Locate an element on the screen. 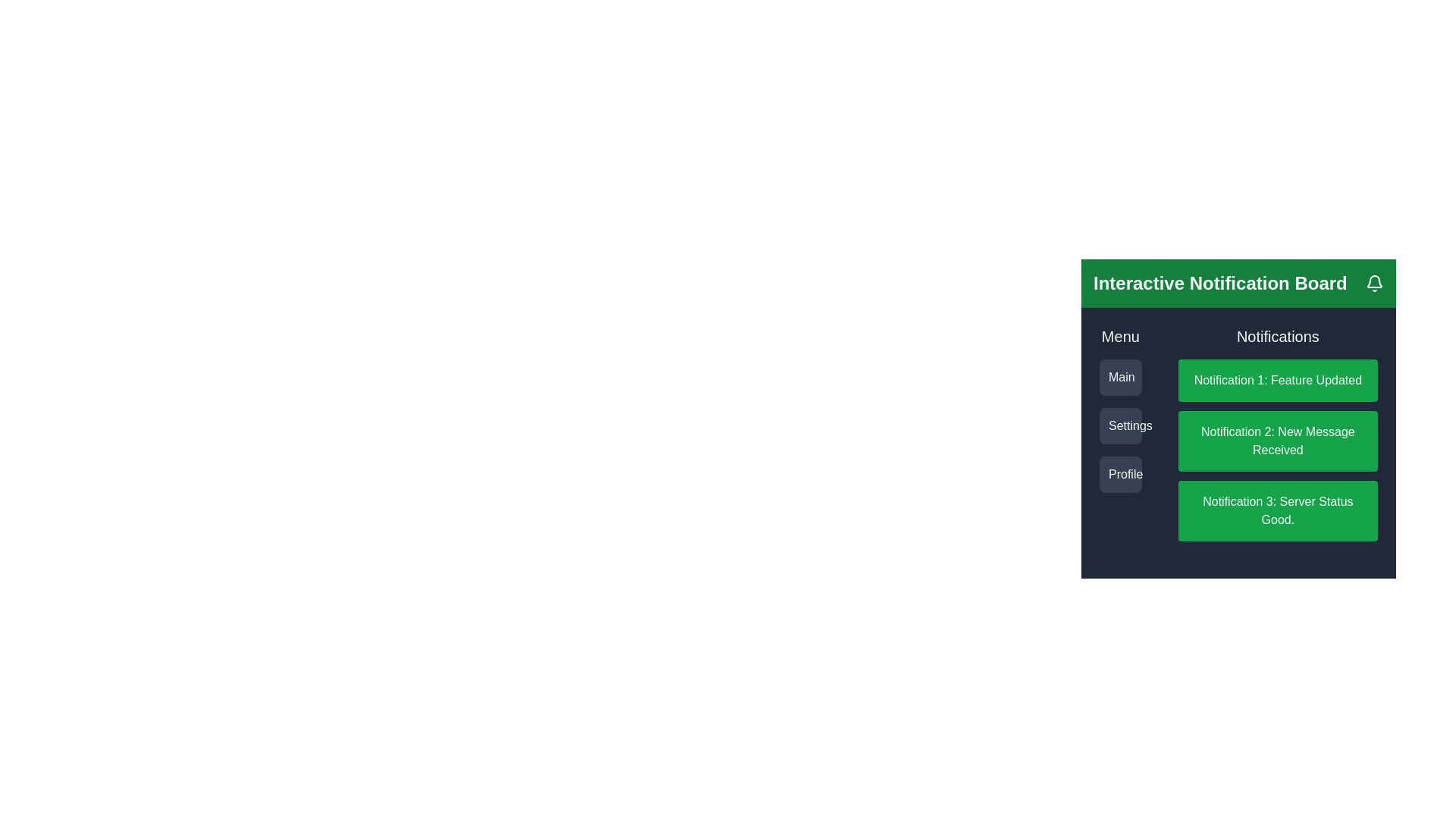 The width and height of the screenshot is (1456, 819). the bell icon located on the far-right side of the header is located at coordinates (1375, 284).